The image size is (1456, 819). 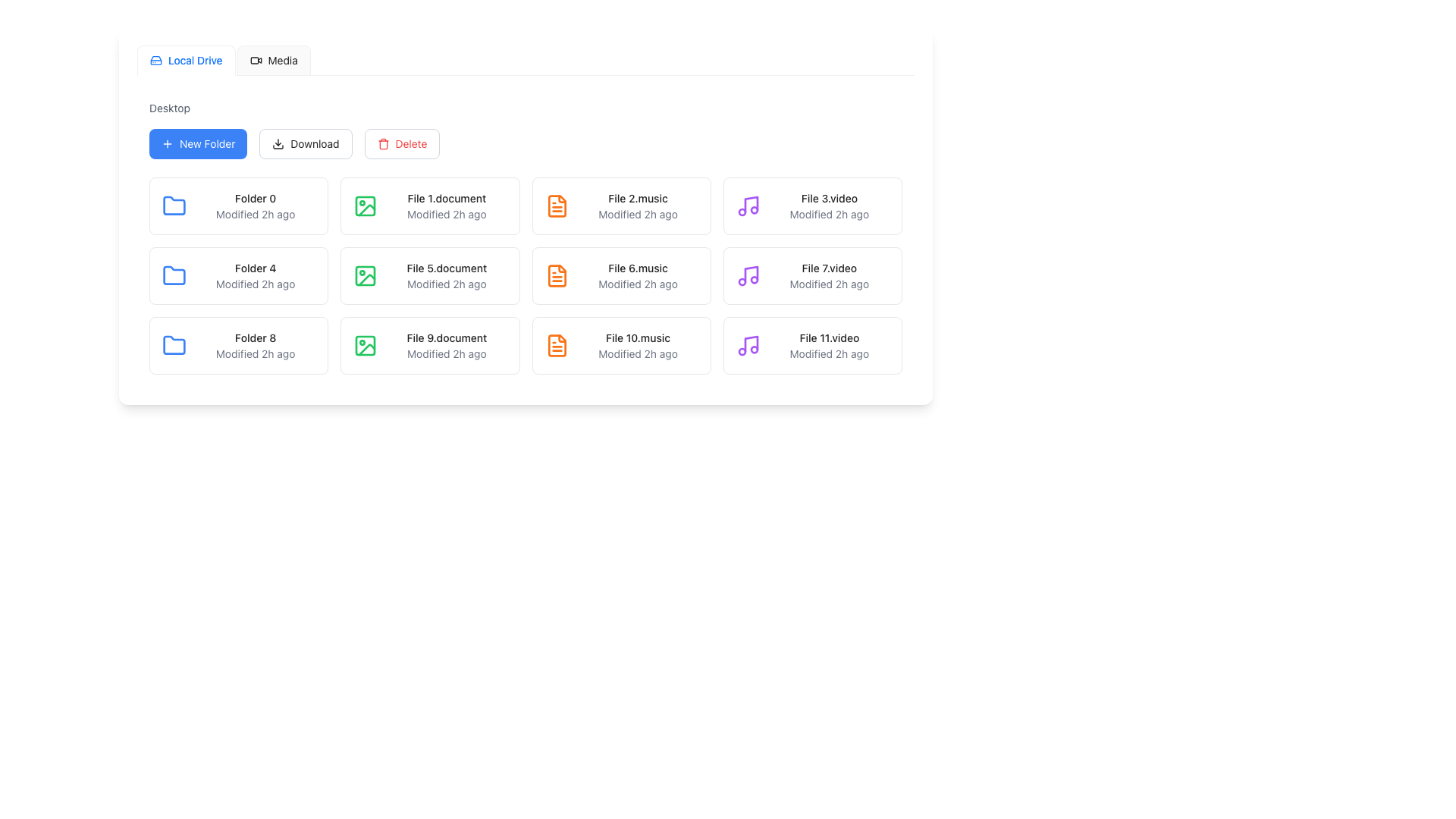 What do you see at coordinates (828, 337) in the screenshot?
I see `the text label displaying 'File 11.video', which is styled with a medium font weight and turns blue when hovered, located in the lower right cell of a six-row grid` at bounding box center [828, 337].